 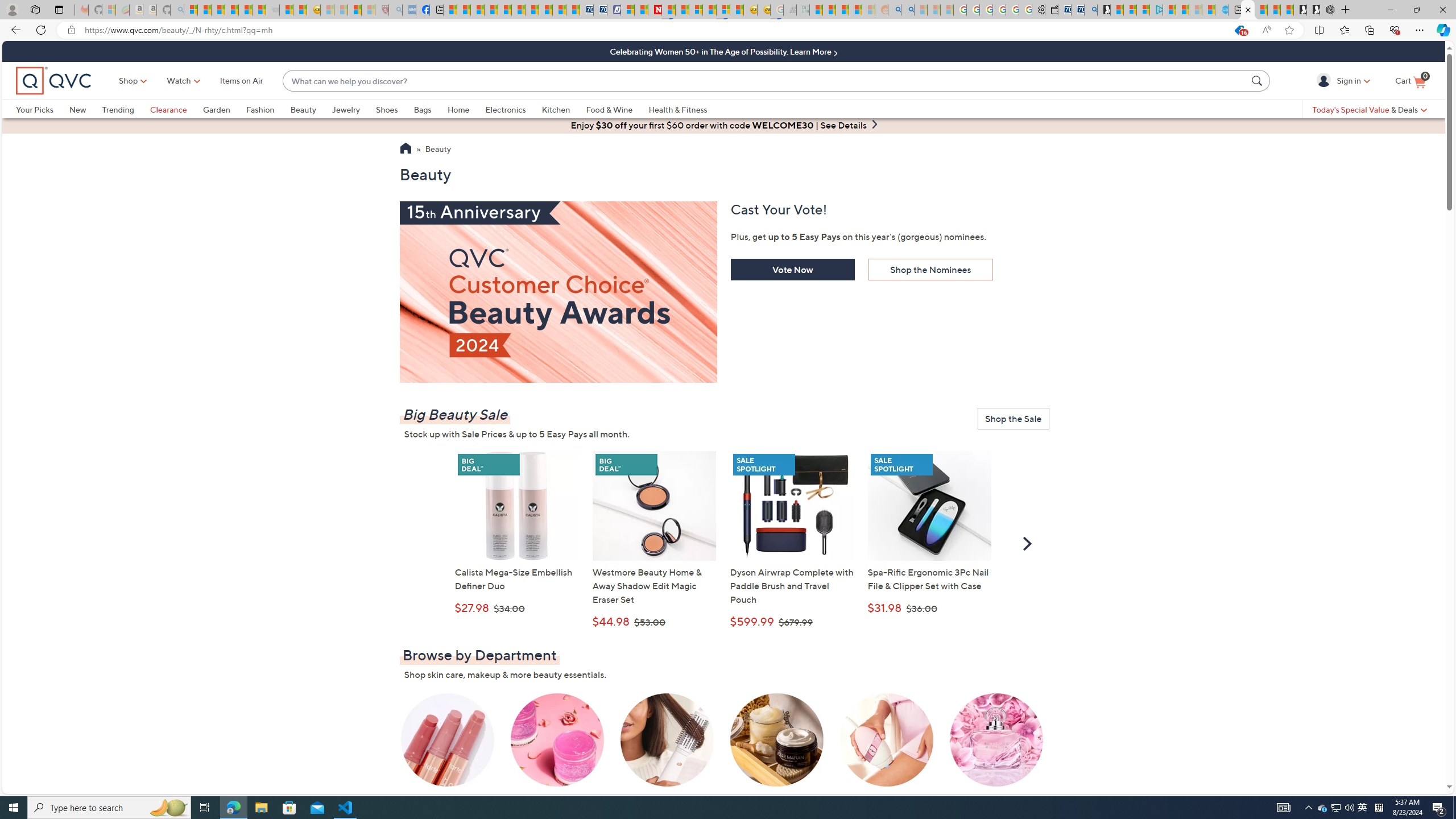 I want to click on 'Clearance', so click(x=168, y=109).